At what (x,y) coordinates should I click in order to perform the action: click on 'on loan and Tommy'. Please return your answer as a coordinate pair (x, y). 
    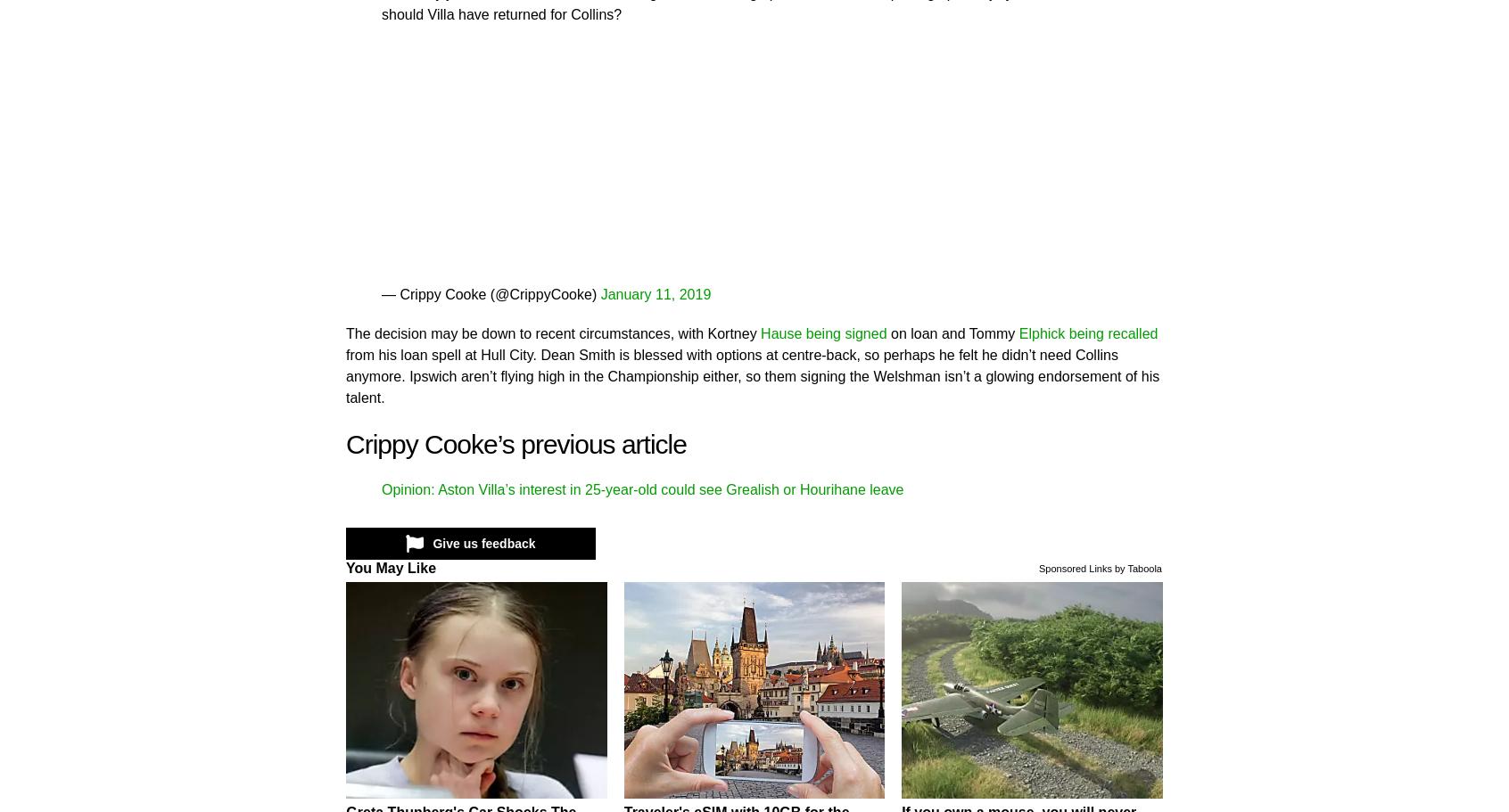
    Looking at the image, I should click on (886, 332).